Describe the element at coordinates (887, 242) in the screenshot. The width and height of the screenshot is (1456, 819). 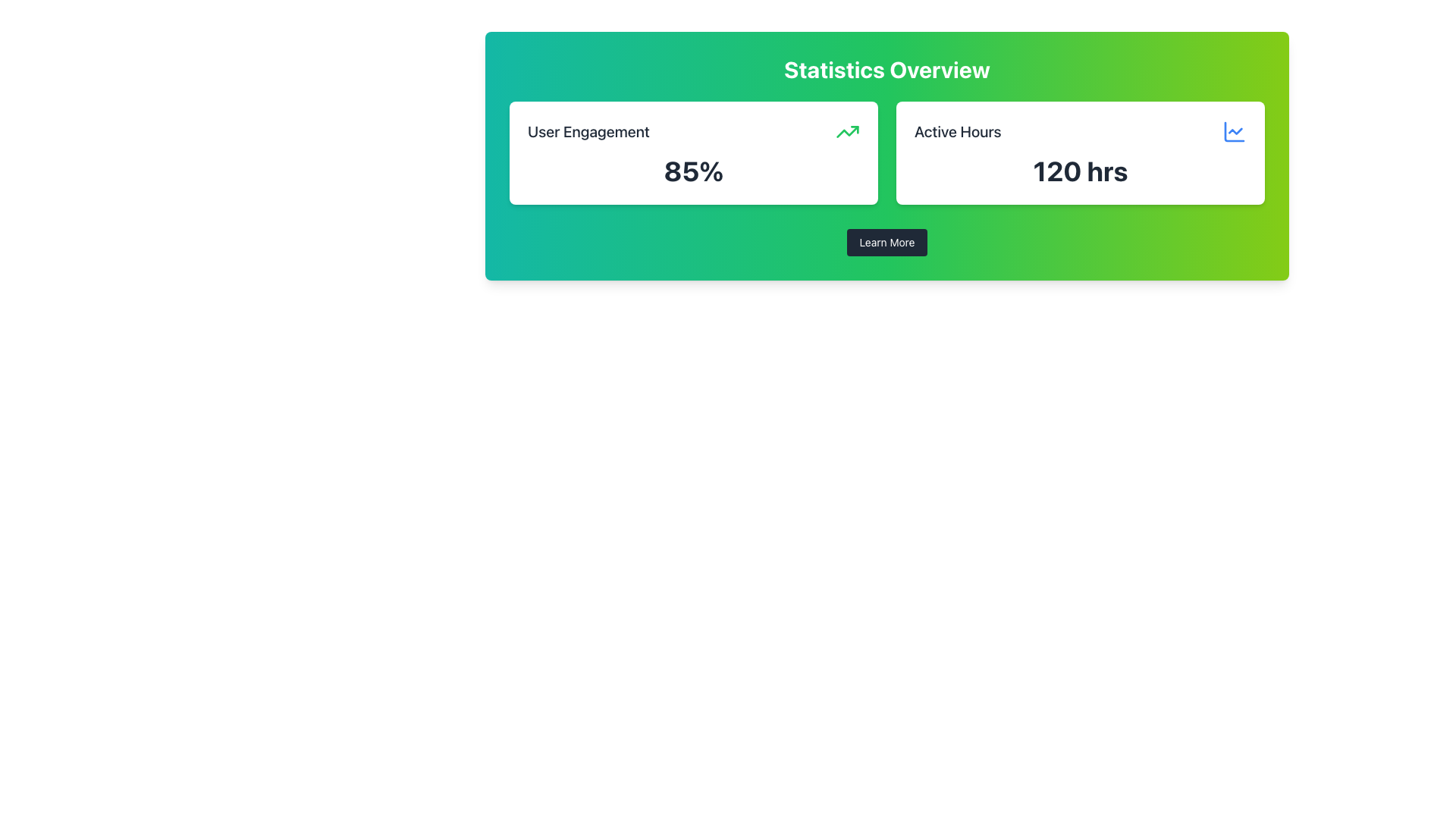
I see `the 'Learn More' button located below the 'Statistics Overview' panel` at that location.